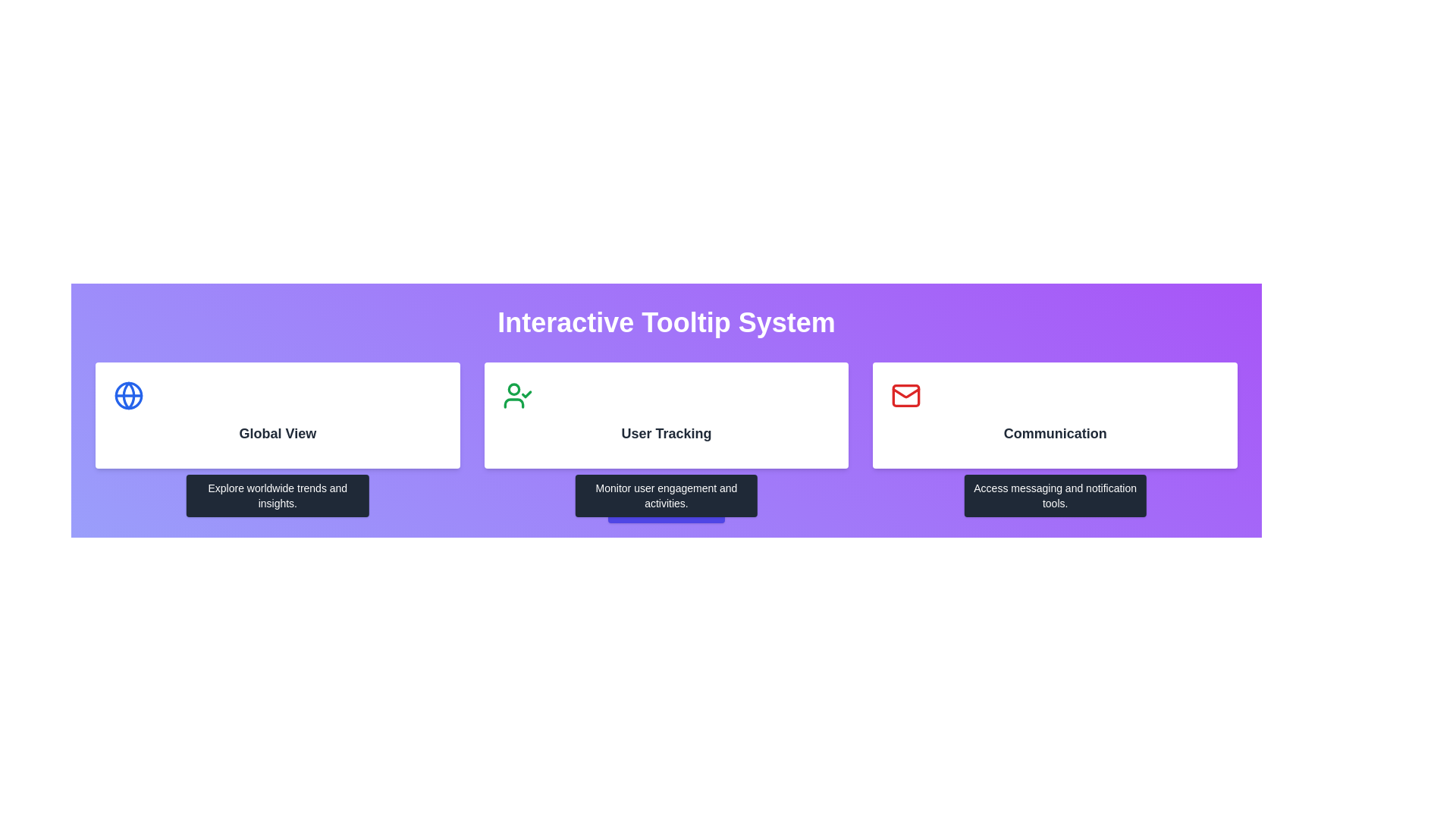 This screenshot has width=1456, height=819. I want to click on the tooltip that appears below the 'Communication' heading, which contains the text 'Access messaging and notification tools.', so click(1054, 496).